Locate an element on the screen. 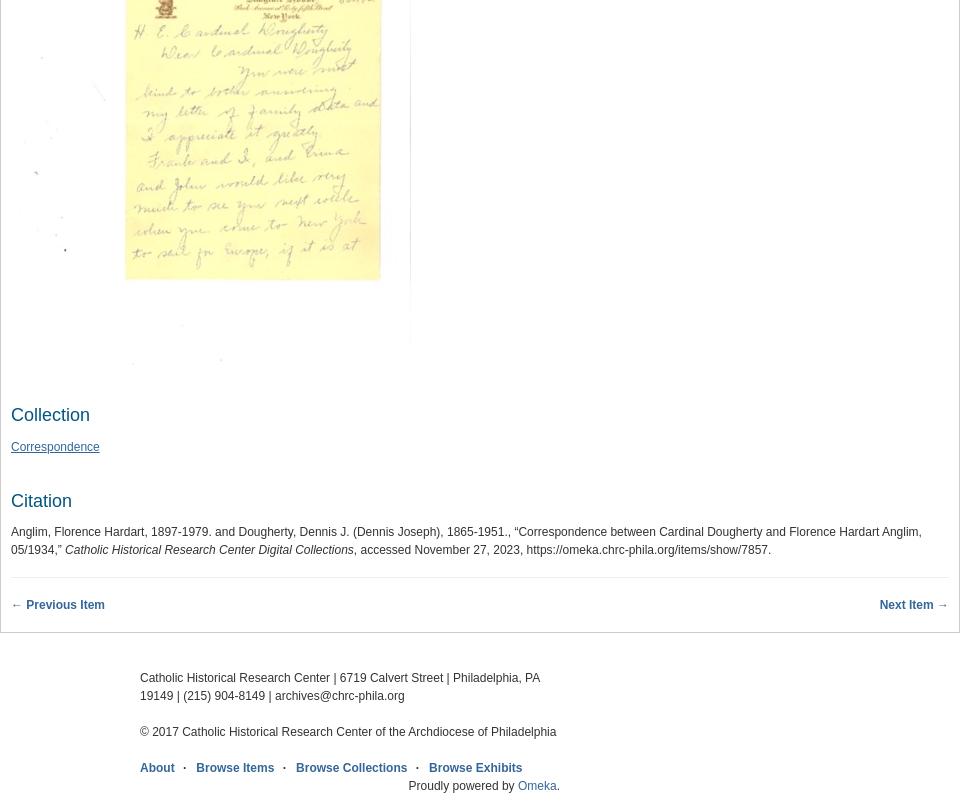 The image size is (960, 812). 'Proudly powered by' is located at coordinates (462, 786).